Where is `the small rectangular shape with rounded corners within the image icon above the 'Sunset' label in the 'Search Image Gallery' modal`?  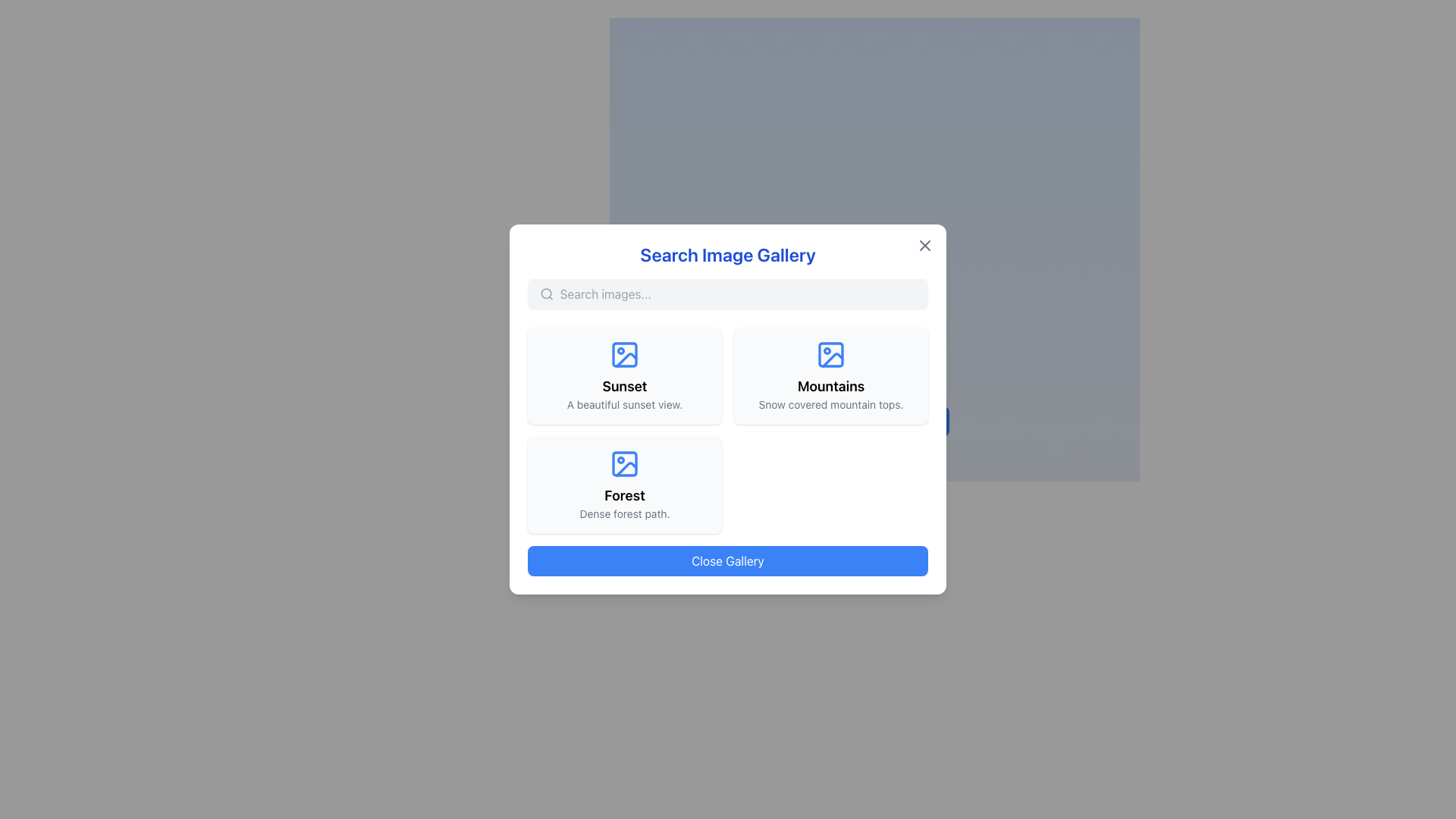
the small rectangular shape with rounded corners within the image icon above the 'Sunset' label in the 'Search Image Gallery' modal is located at coordinates (625, 354).